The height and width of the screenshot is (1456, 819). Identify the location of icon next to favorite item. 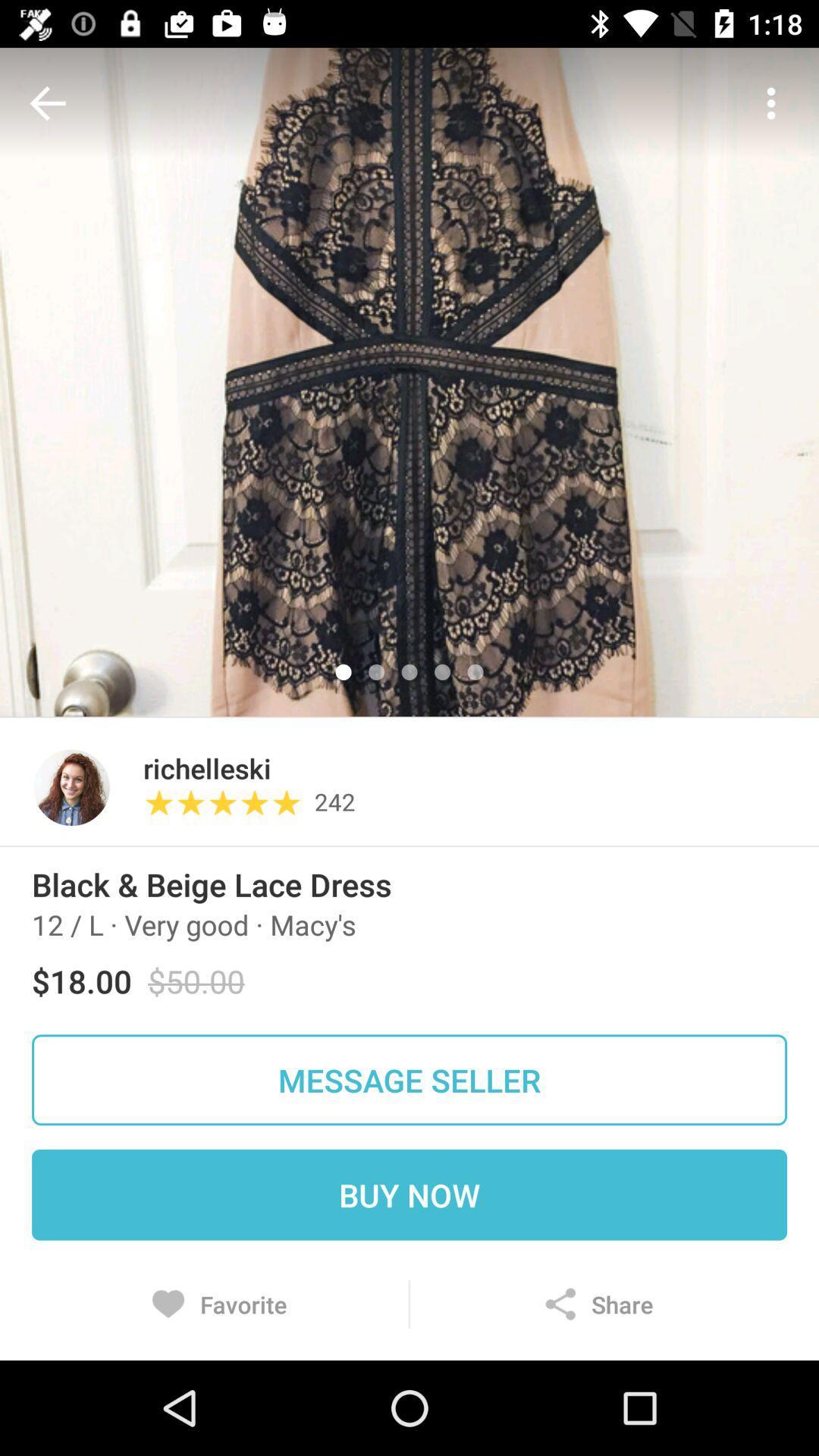
(598, 1304).